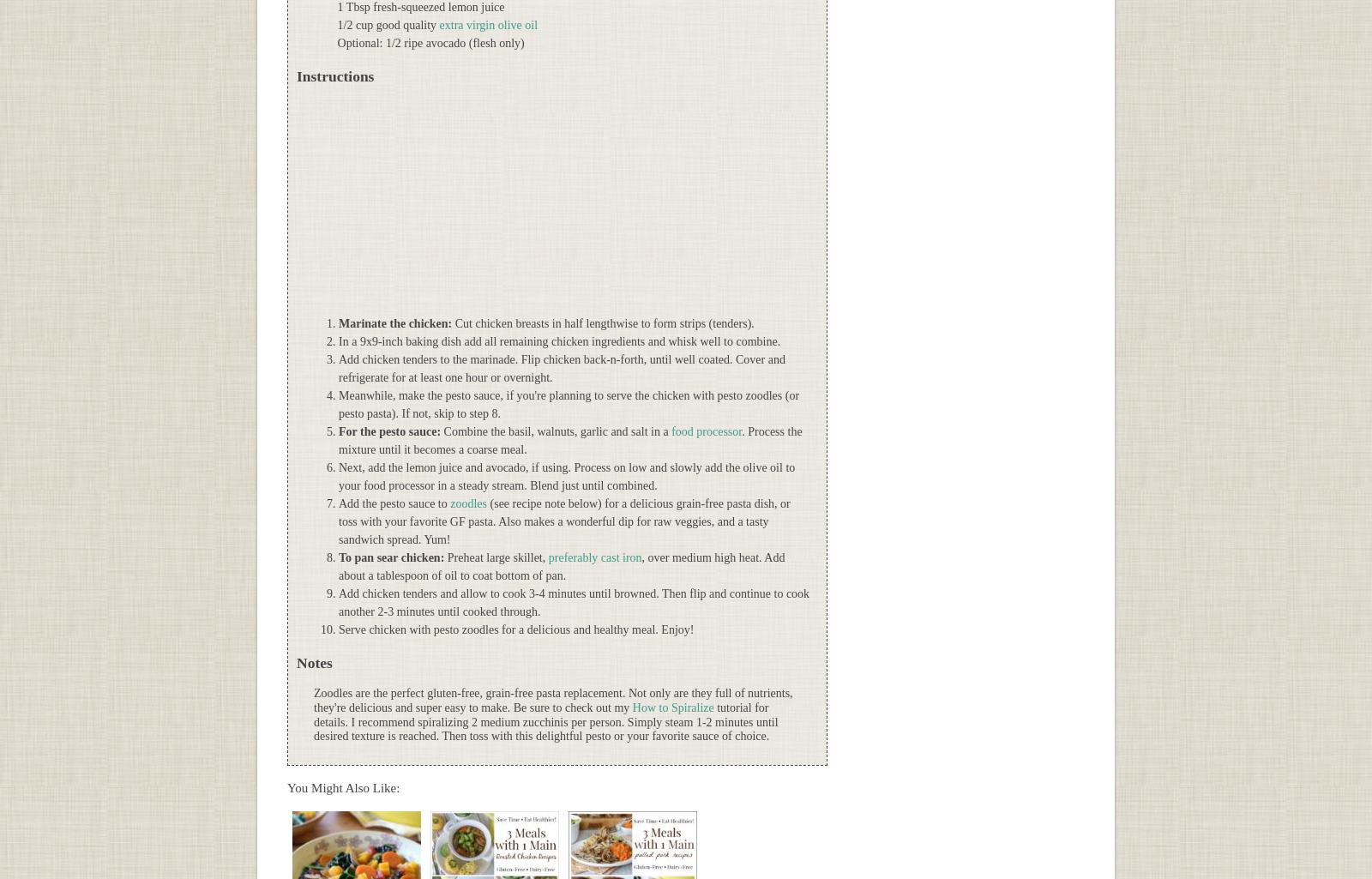 The image size is (1372, 879). Describe the element at coordinates (439, 431) in the screenshot. I see `'Combine the basil, walnuts, garlic and salt in a'` at that location.